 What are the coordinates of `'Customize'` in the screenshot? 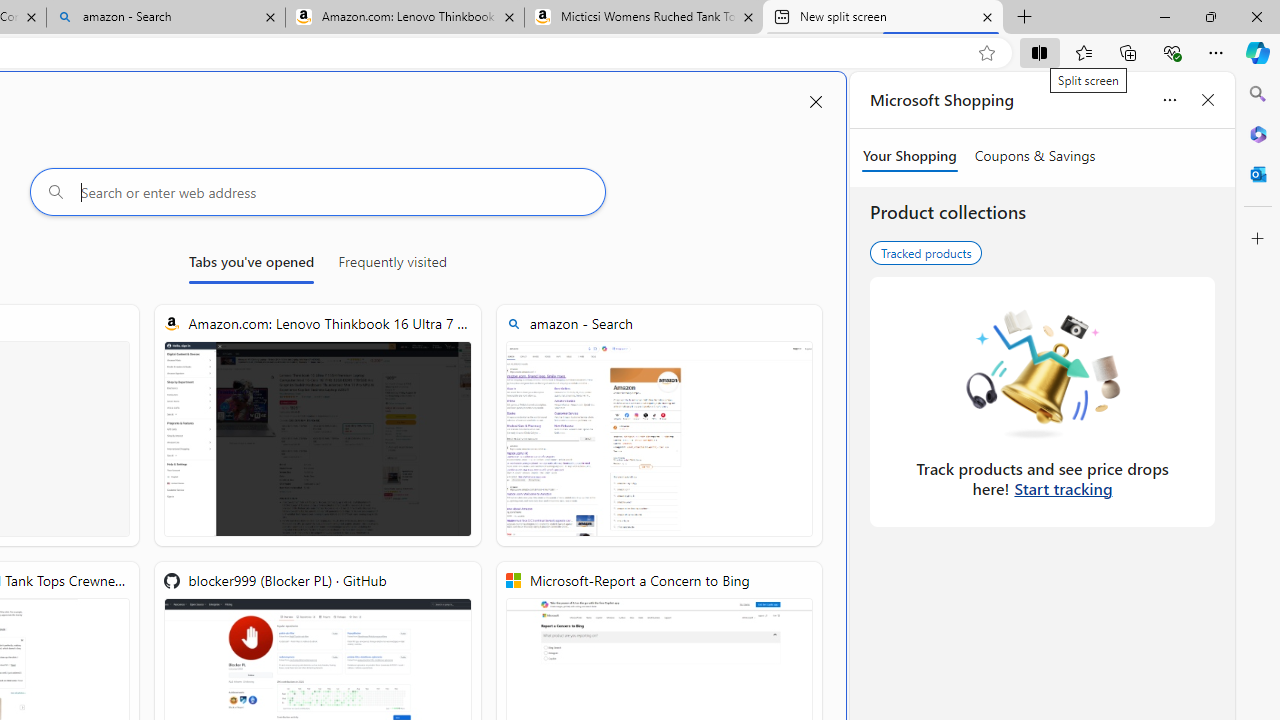 It's located at (1257, 238).